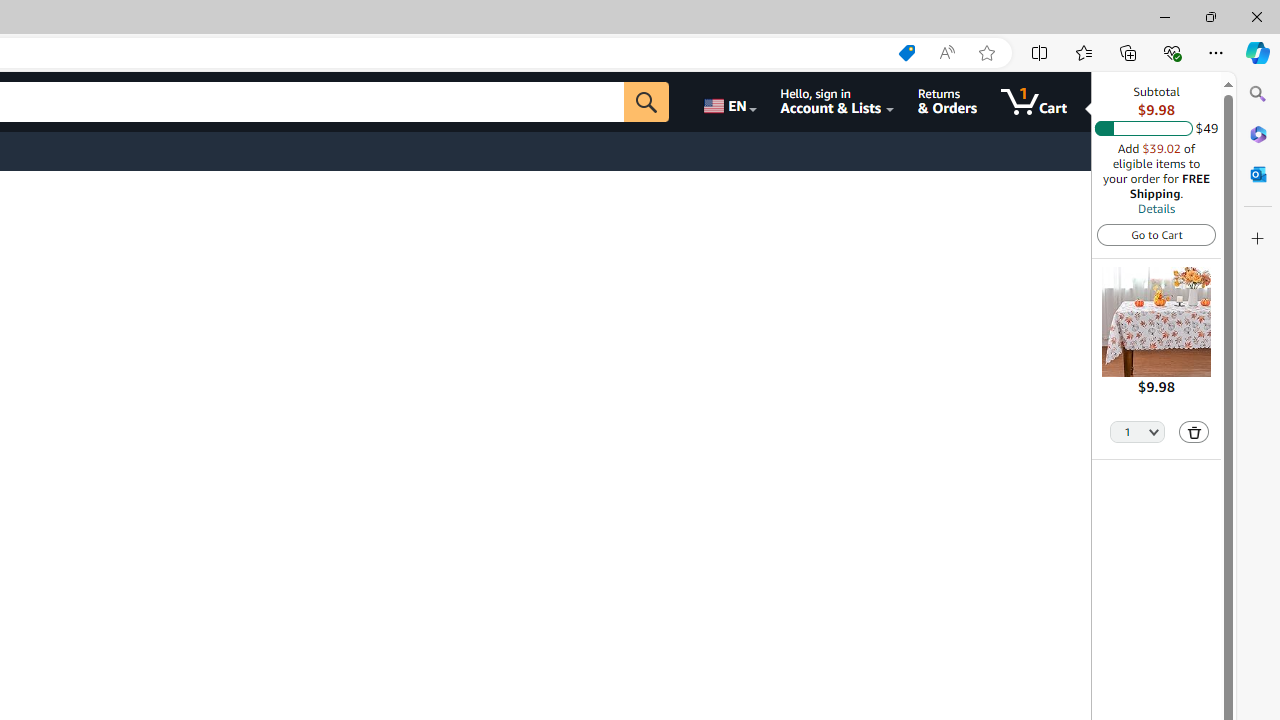 Image resolution: width=1280 pixels, height=720 pixels. What do you see at coordinates (945, 52) in the screenshot?
I see `'Read aloud this page (Ctrl+Shift+U)'` at bounding box center [945, 52].